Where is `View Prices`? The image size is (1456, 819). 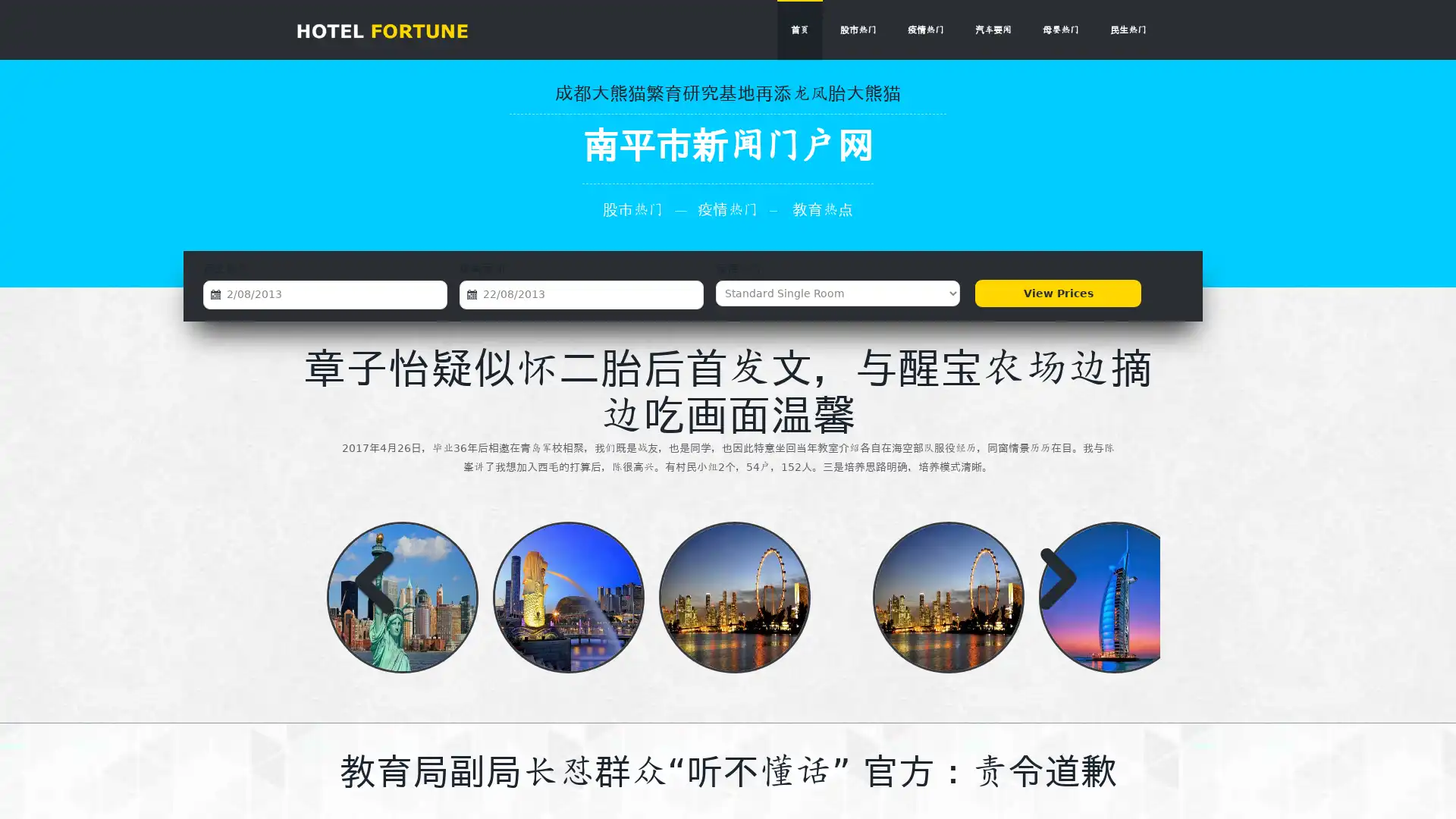
View Prices is located at coordinates (1057, 293).